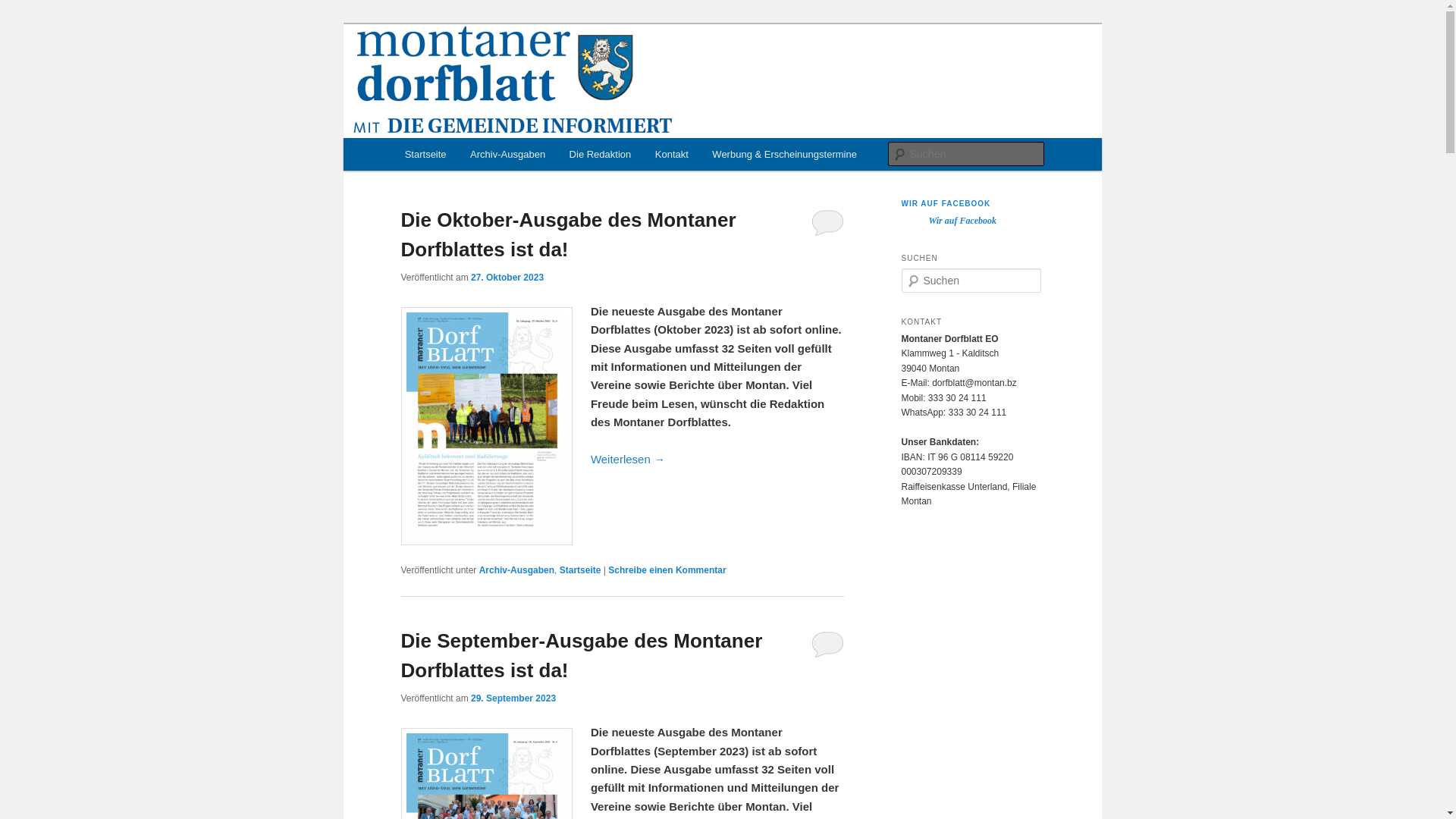 This screenshot has height=819, width=1456. What do you see at coordinates (513, 698) in the screenshot?
I see `'29. September 2023'` at bounding box center [513, 698].